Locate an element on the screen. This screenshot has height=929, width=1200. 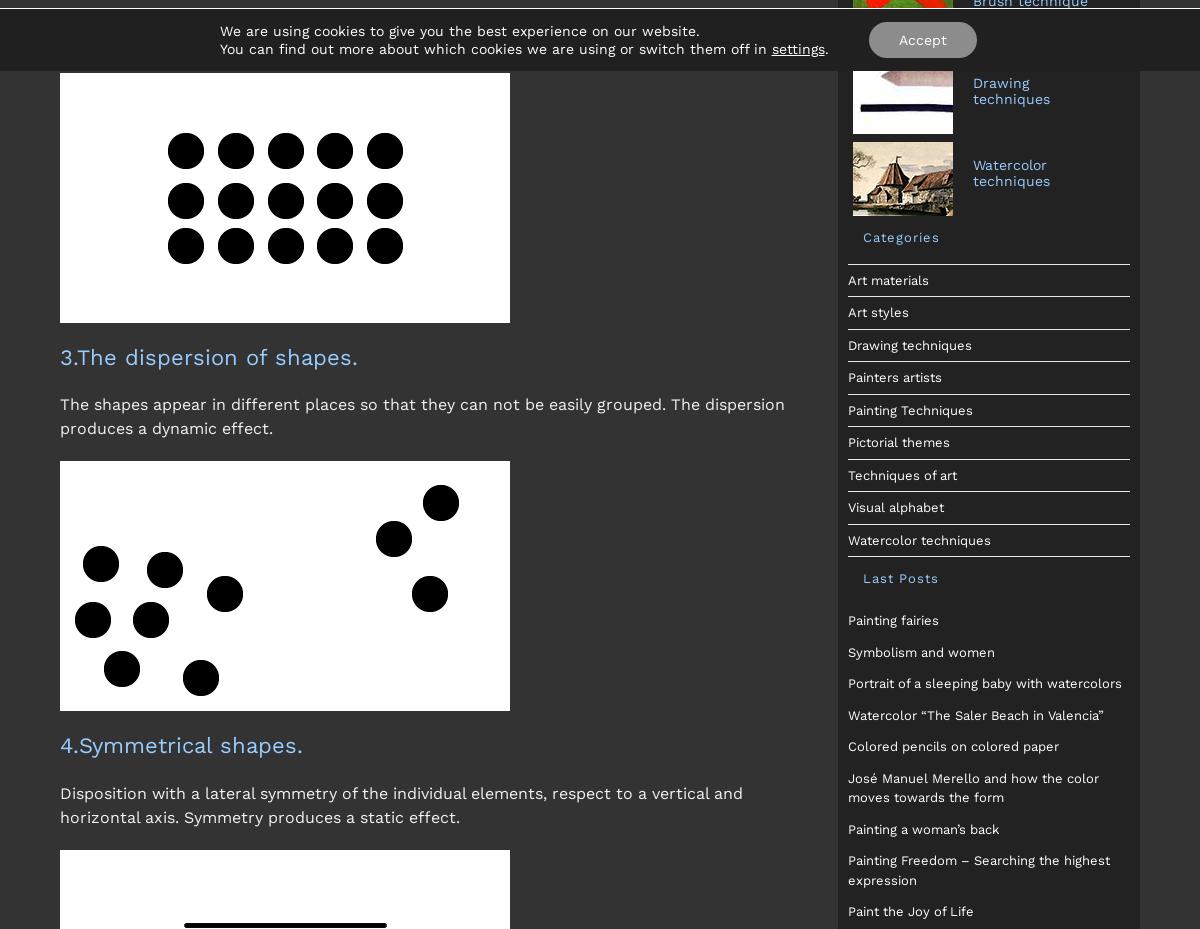
'settings' is located at coordinates (796, 47).